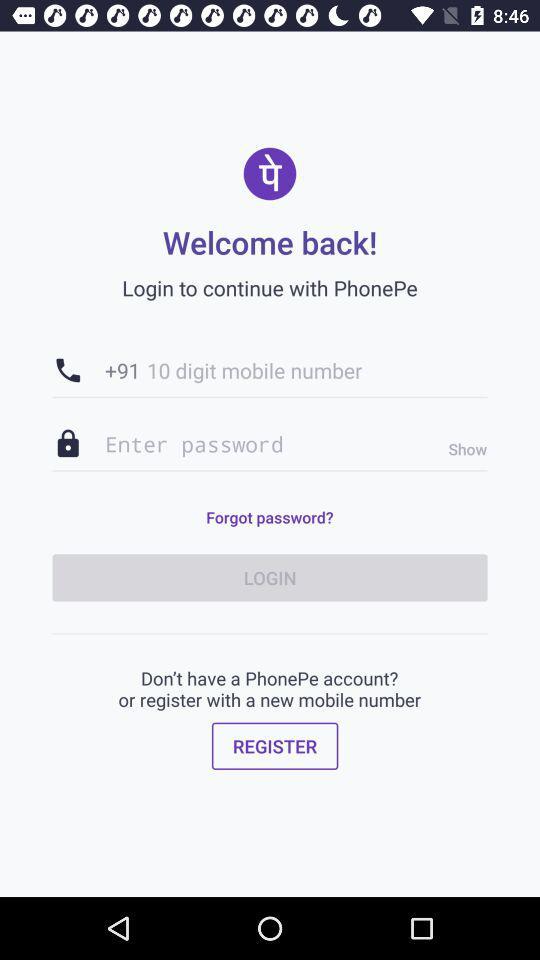 Image resolution: width=540 pixels, height=960 pixels. What do you see at coordinates (270, 444) in the screenshot?
I see `item above forgot password? icon` at bounding box center [270, 444].